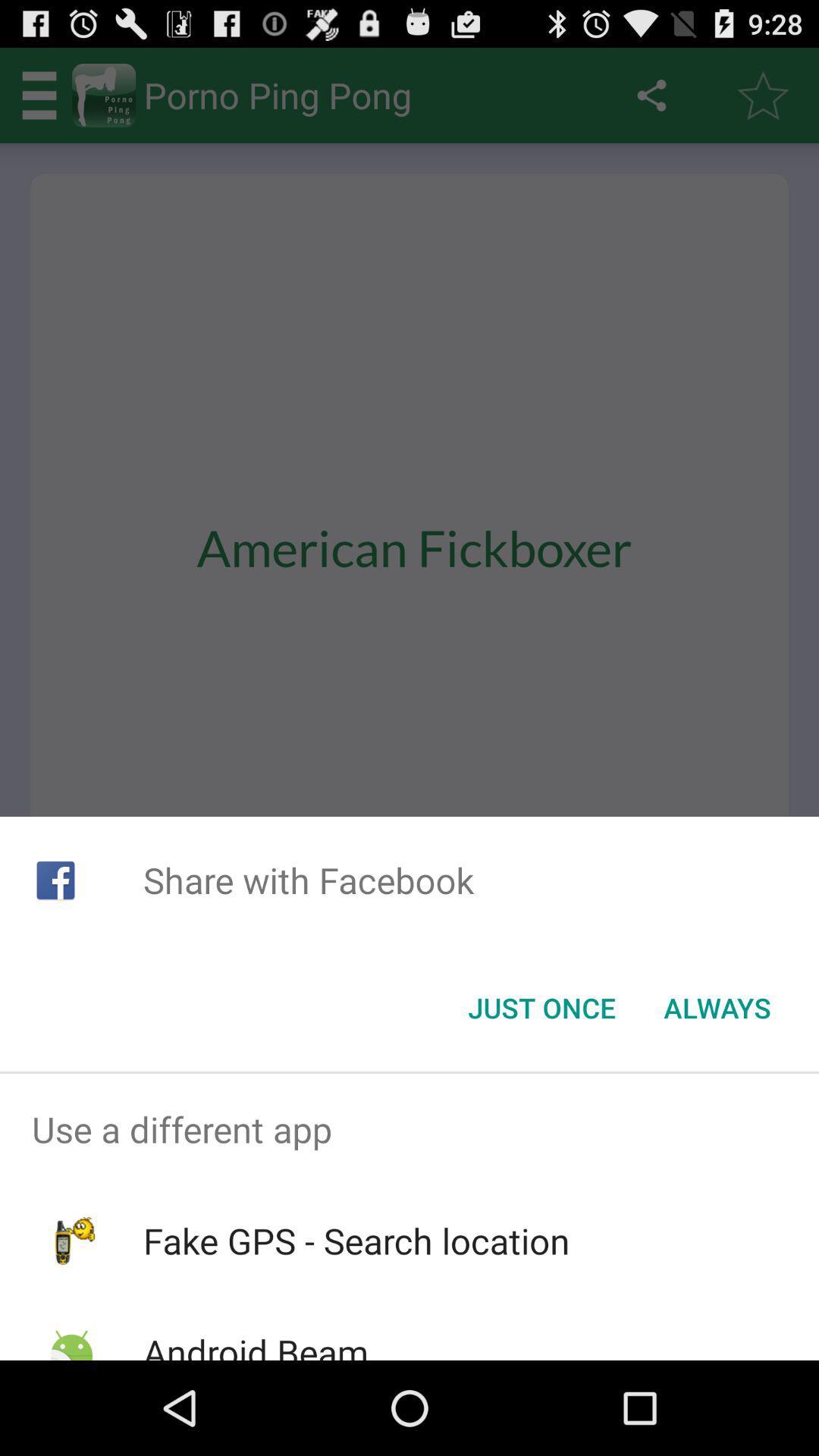 This screenshot has width=819, height=1456. I want to click on item to the right of the just once icon, so click(717, 1008).